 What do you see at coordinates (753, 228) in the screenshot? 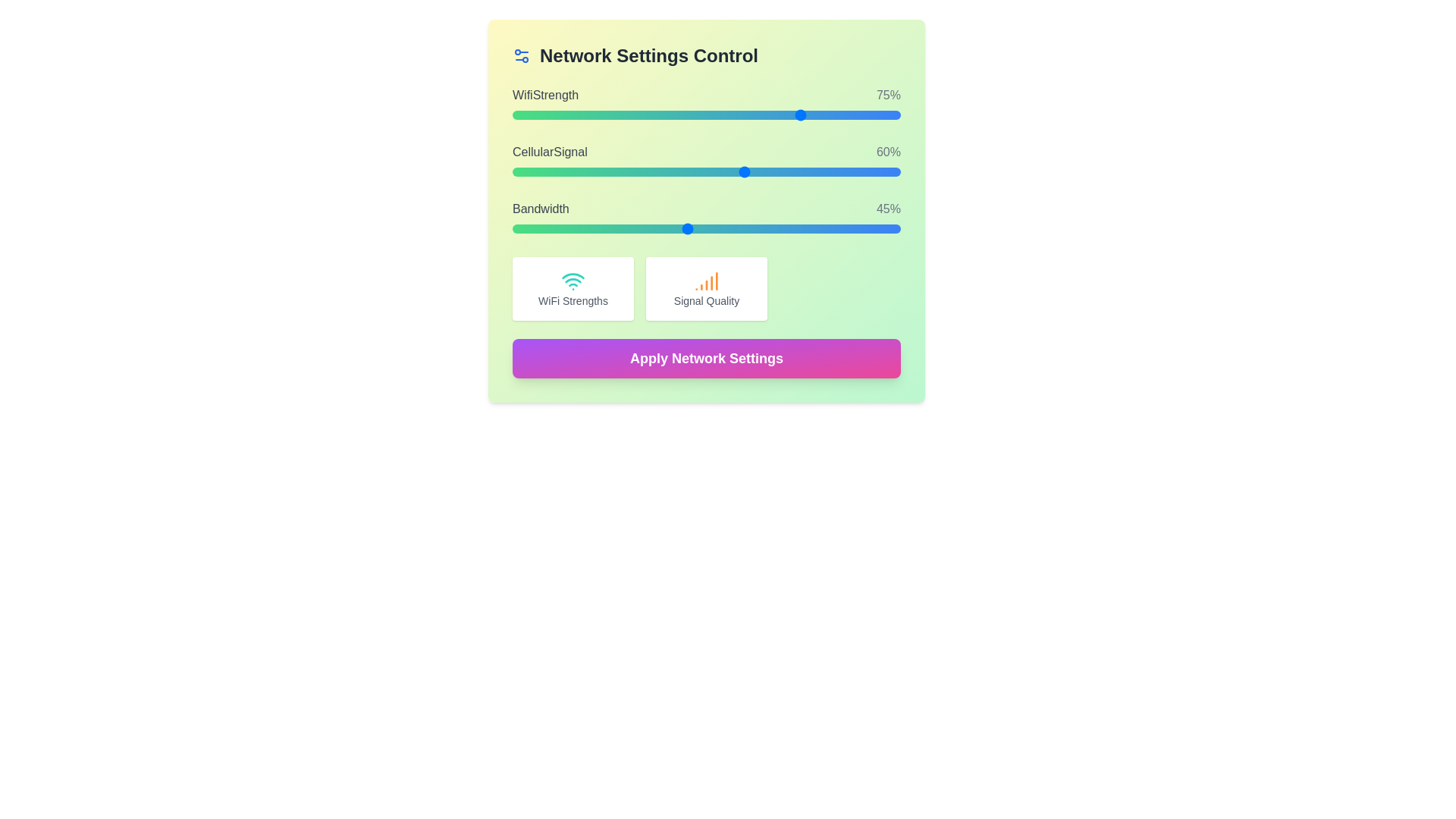
I see `the Bandwidth slider` at bounding box center [753, 228].